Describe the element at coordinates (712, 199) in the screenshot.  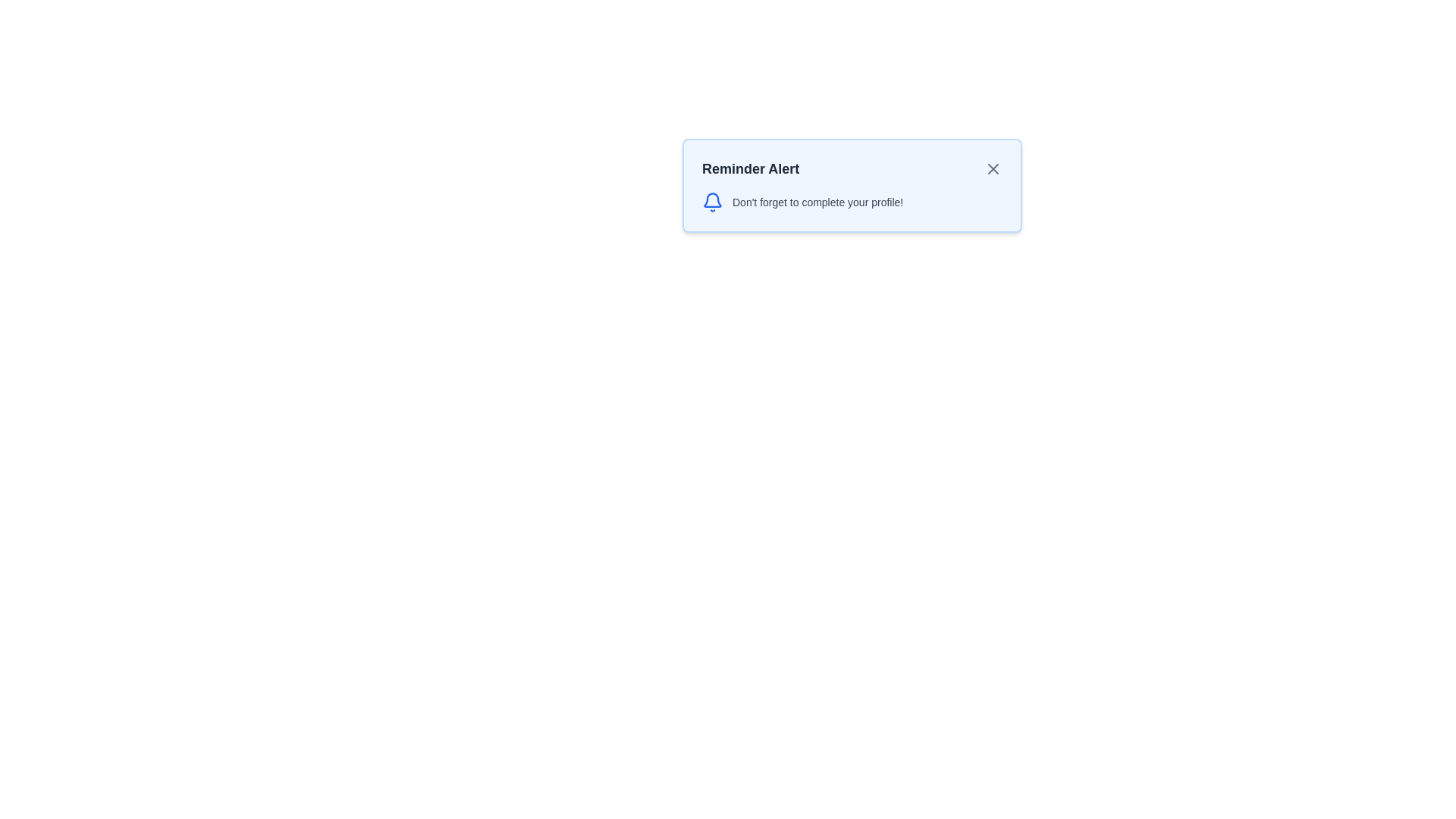
I see `bell notification icon element, which is a blue outlined SVG icon located in the upper-left corner of the alert popup, for its properties and styles` at that location.